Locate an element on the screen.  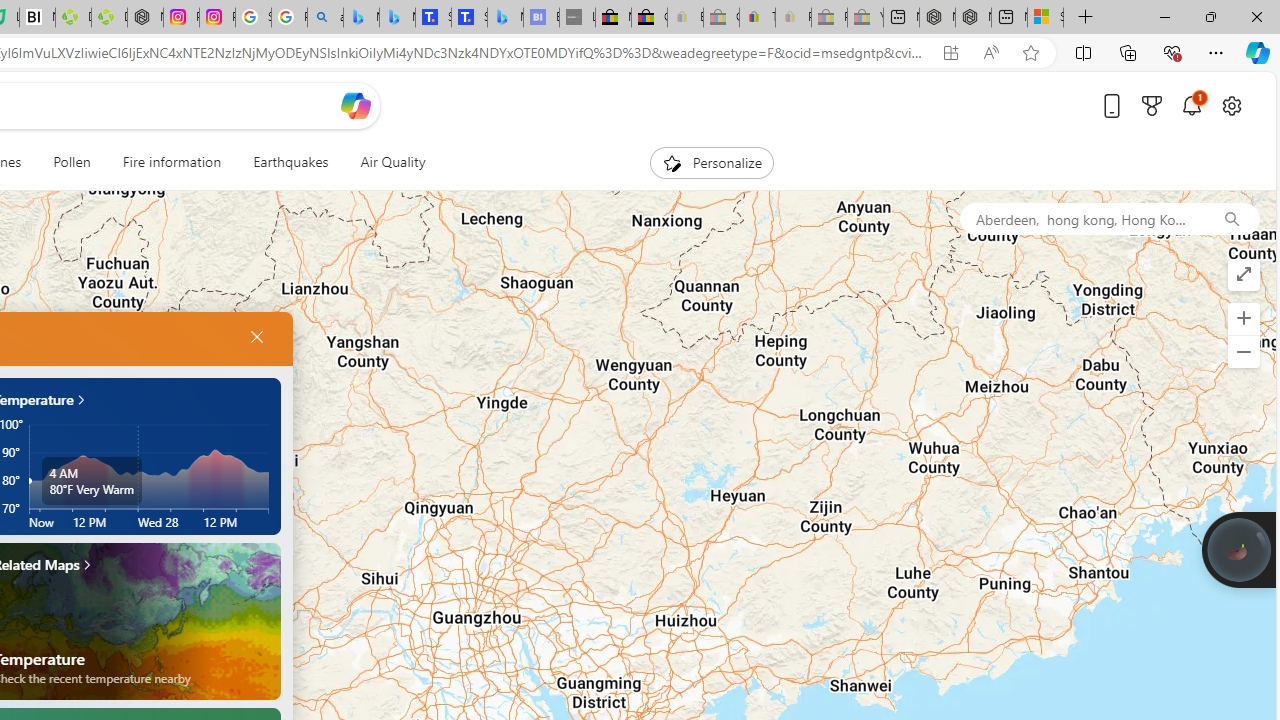
'Shangri-La Bangkok, Hotel reviews and Room rates' is located at coordinates (468, 17).